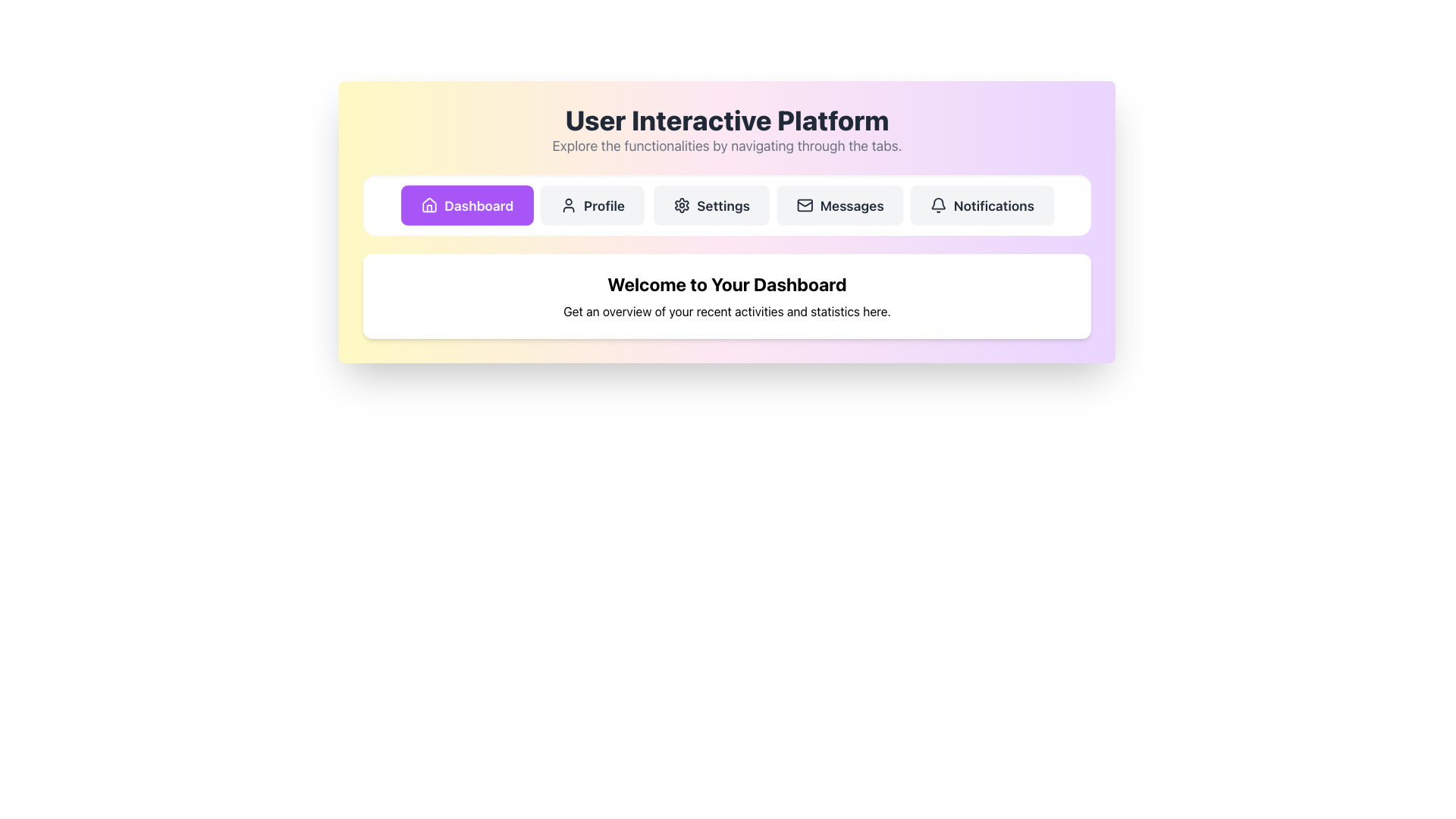  I want to click on the surrounding area of the 'Notifications' text label in the navigation bar, so click(993, 205).